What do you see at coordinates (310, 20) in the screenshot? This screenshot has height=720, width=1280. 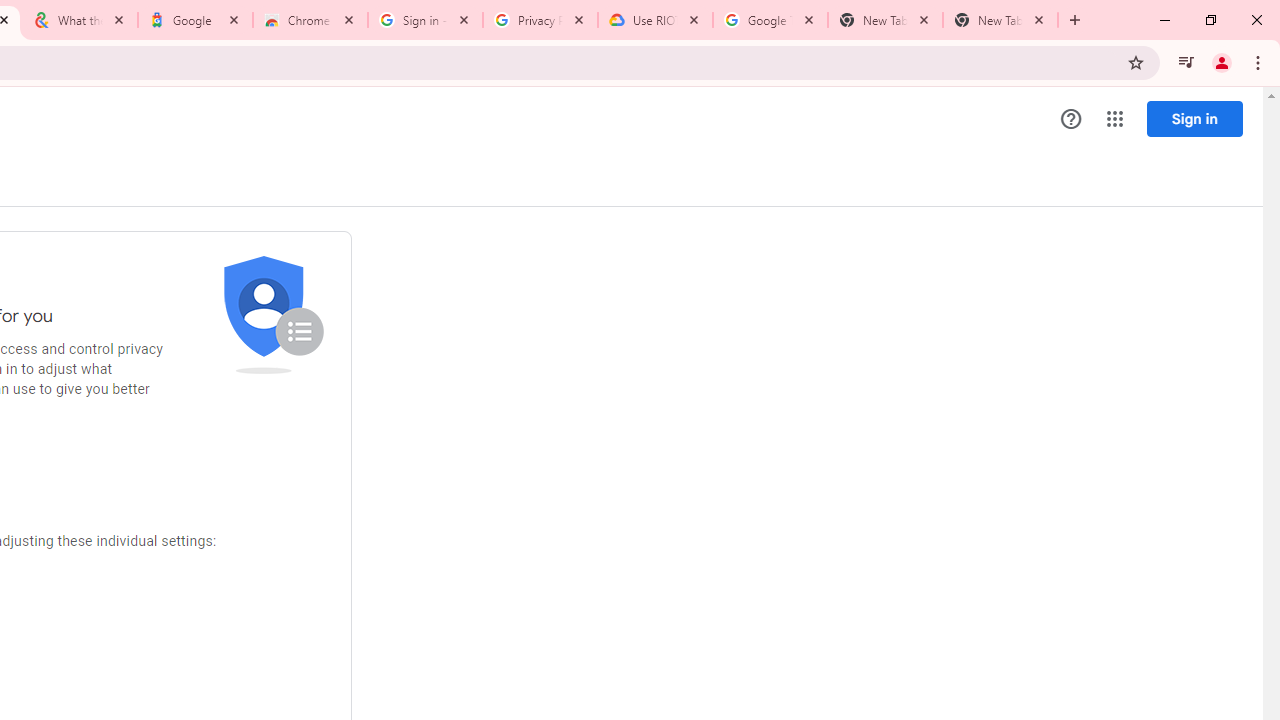 I see `'Chrome Web Store - Color themes by Chrome'` at bounding box center [310, 20].